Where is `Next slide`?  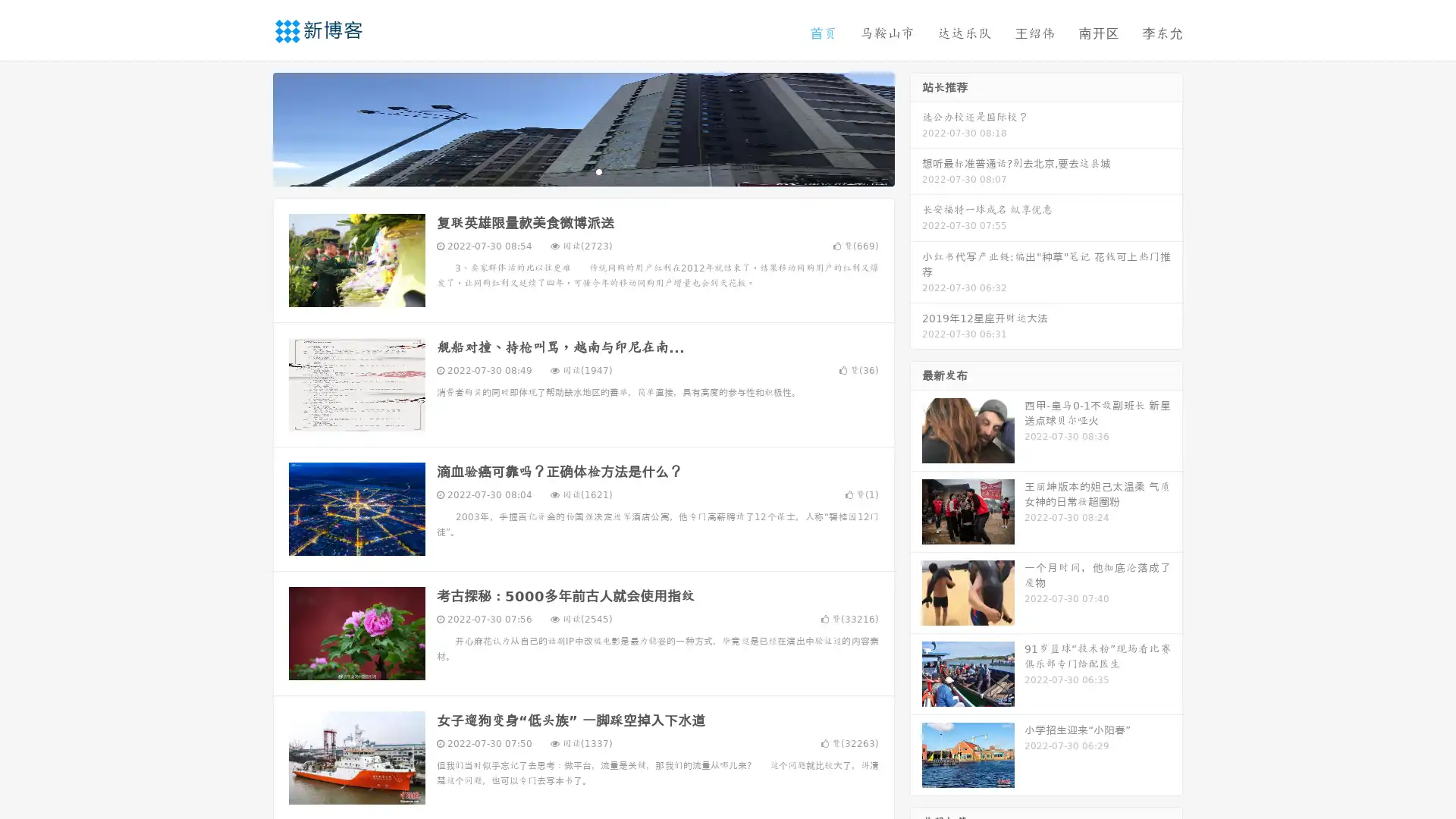 Next slide is located at coordinates (916, 127).